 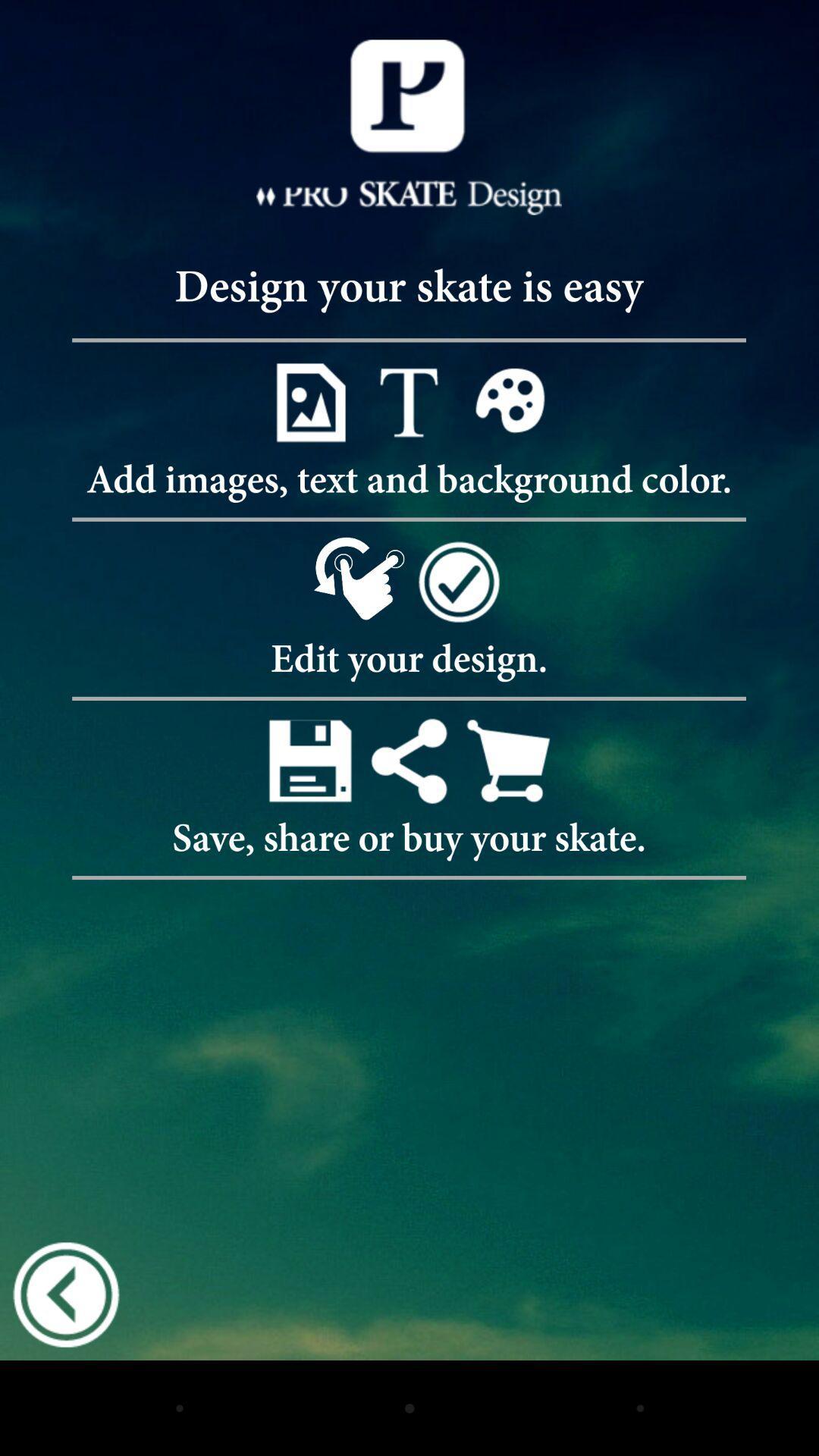 What do you see at coordinates (408, 761) in the screenshot?
I see `share skate` at bounding box center [408, 761].